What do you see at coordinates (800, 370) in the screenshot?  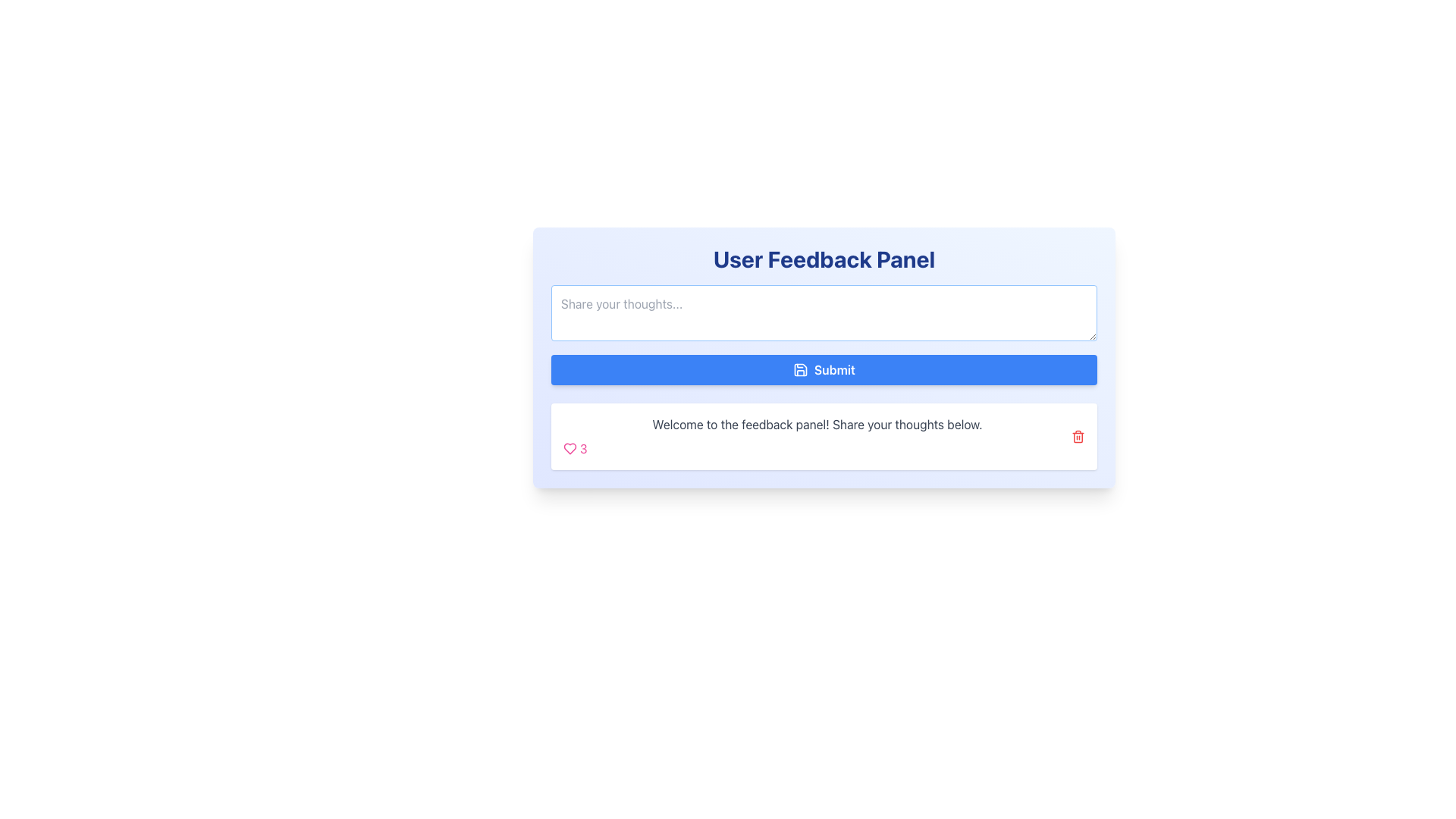 I see `the save button icon, which is a graphical representation of a floppy disk located in the top-right section of the second panel, directly to the left of the word 'Submit'` at bounding box center [800, 370].